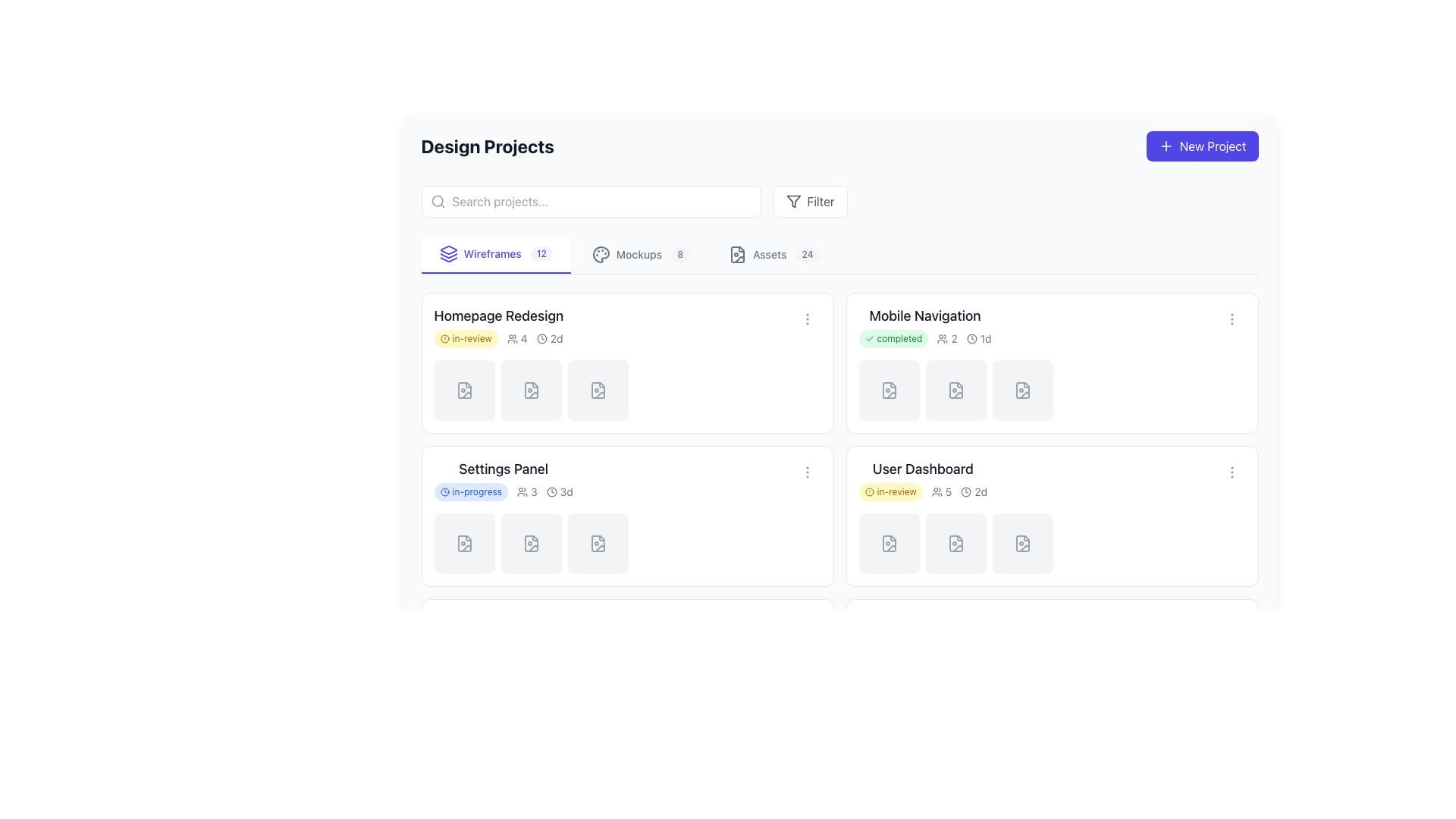 The height and width of the screenshot is (819, 1456). What do you see at coordinates (955, 543) in the screenshot?
I see `the second icon representing a document containing images` at bounding box center [955, 543].